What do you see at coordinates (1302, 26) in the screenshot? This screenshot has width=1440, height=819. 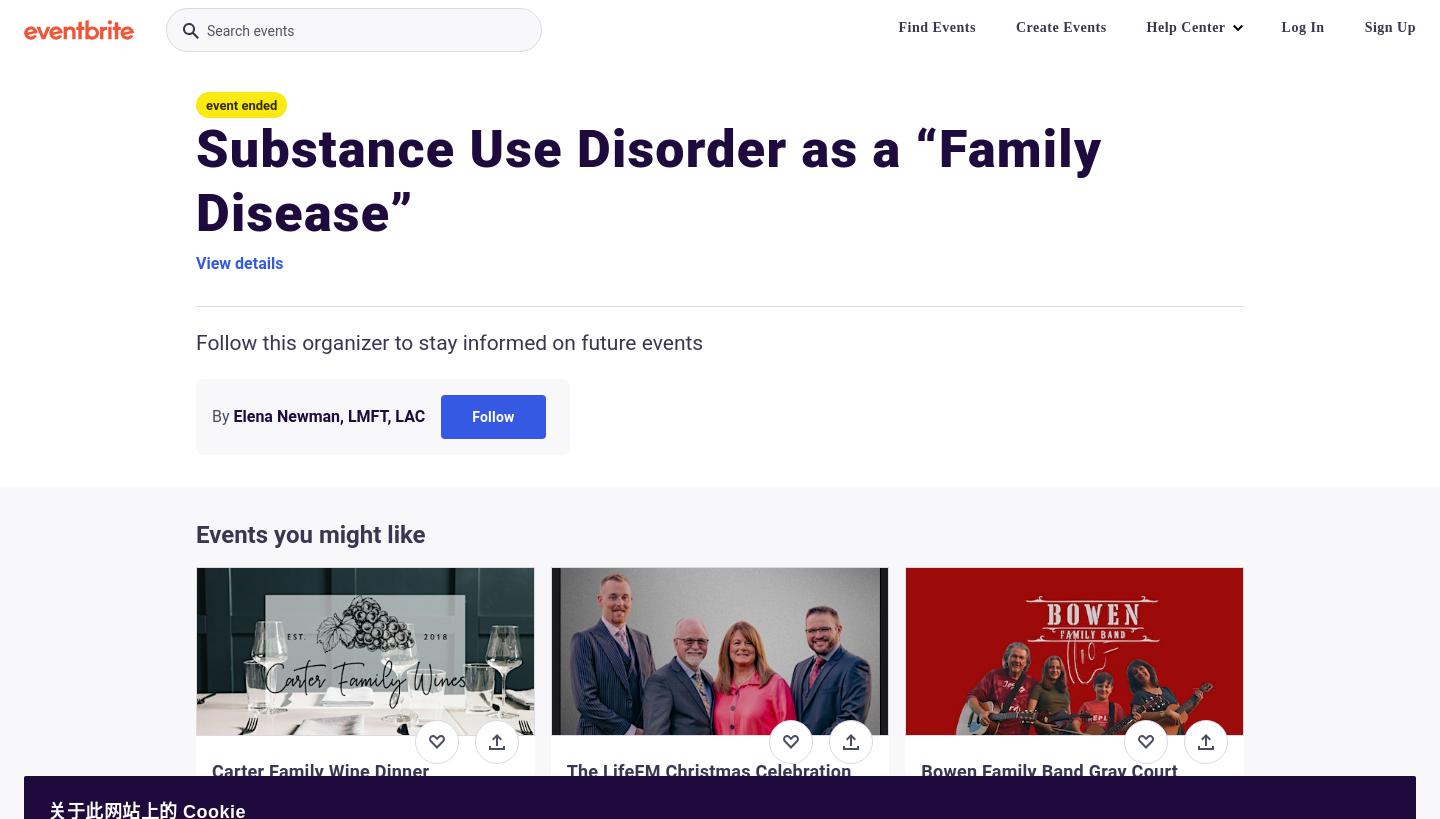 I see `'Log In'` at bounding box center [1302, 26].